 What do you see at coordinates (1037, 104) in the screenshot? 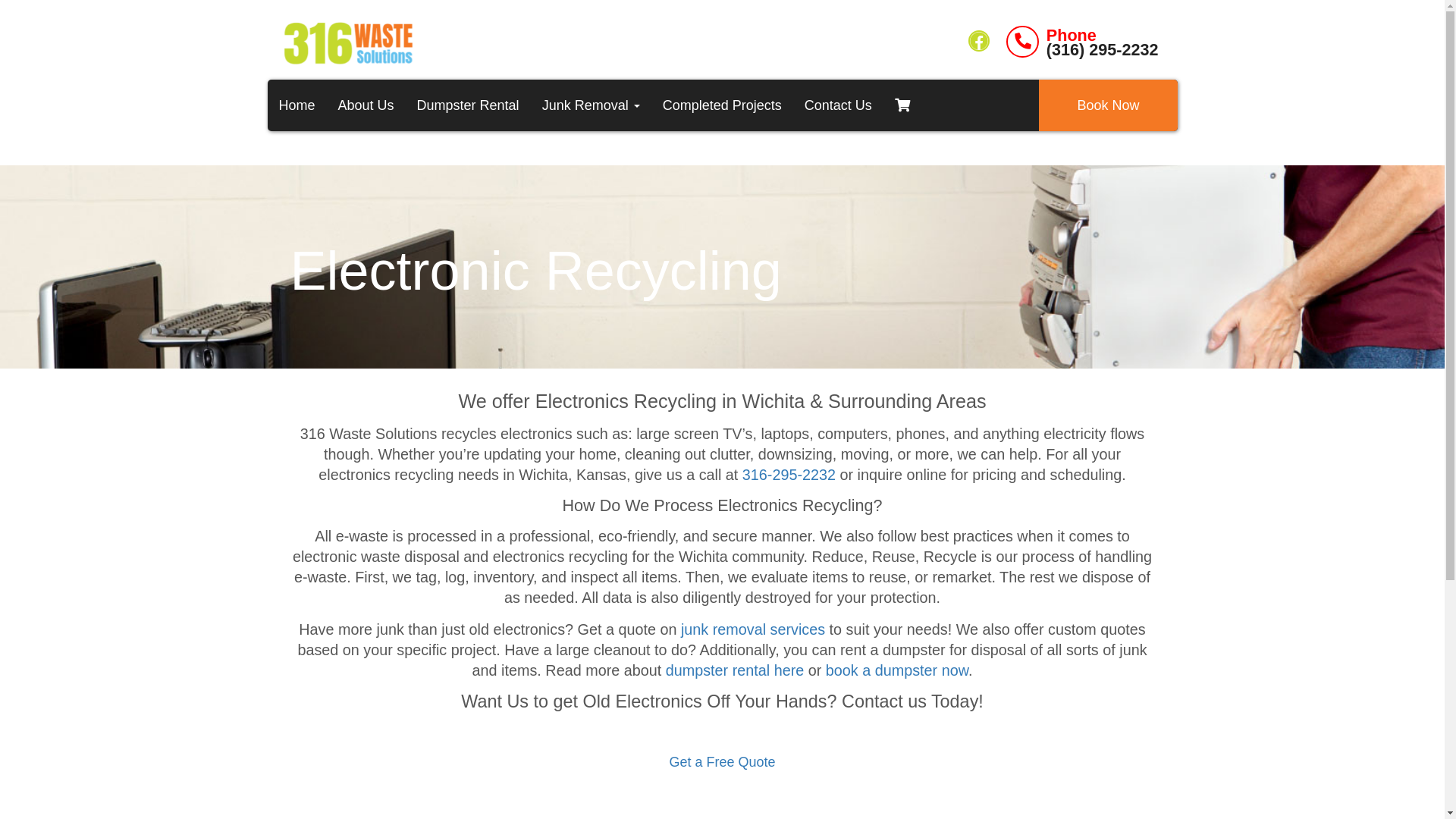
I see `'Book Now'` at bounding box center [1037, 104].